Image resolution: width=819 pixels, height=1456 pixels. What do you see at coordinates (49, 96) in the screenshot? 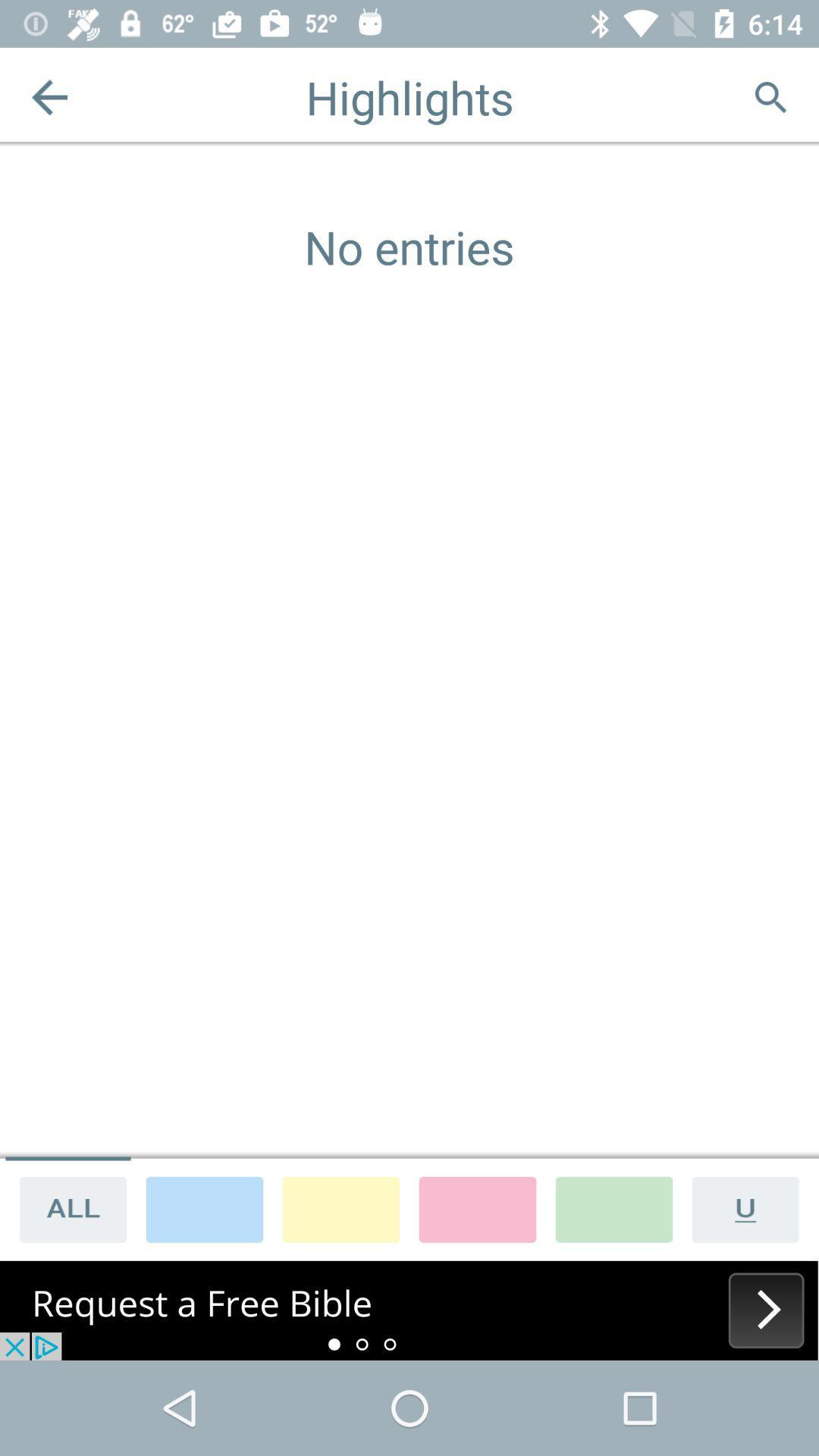
I see `the arrow_backward icon` at bounding box center [49, 96].